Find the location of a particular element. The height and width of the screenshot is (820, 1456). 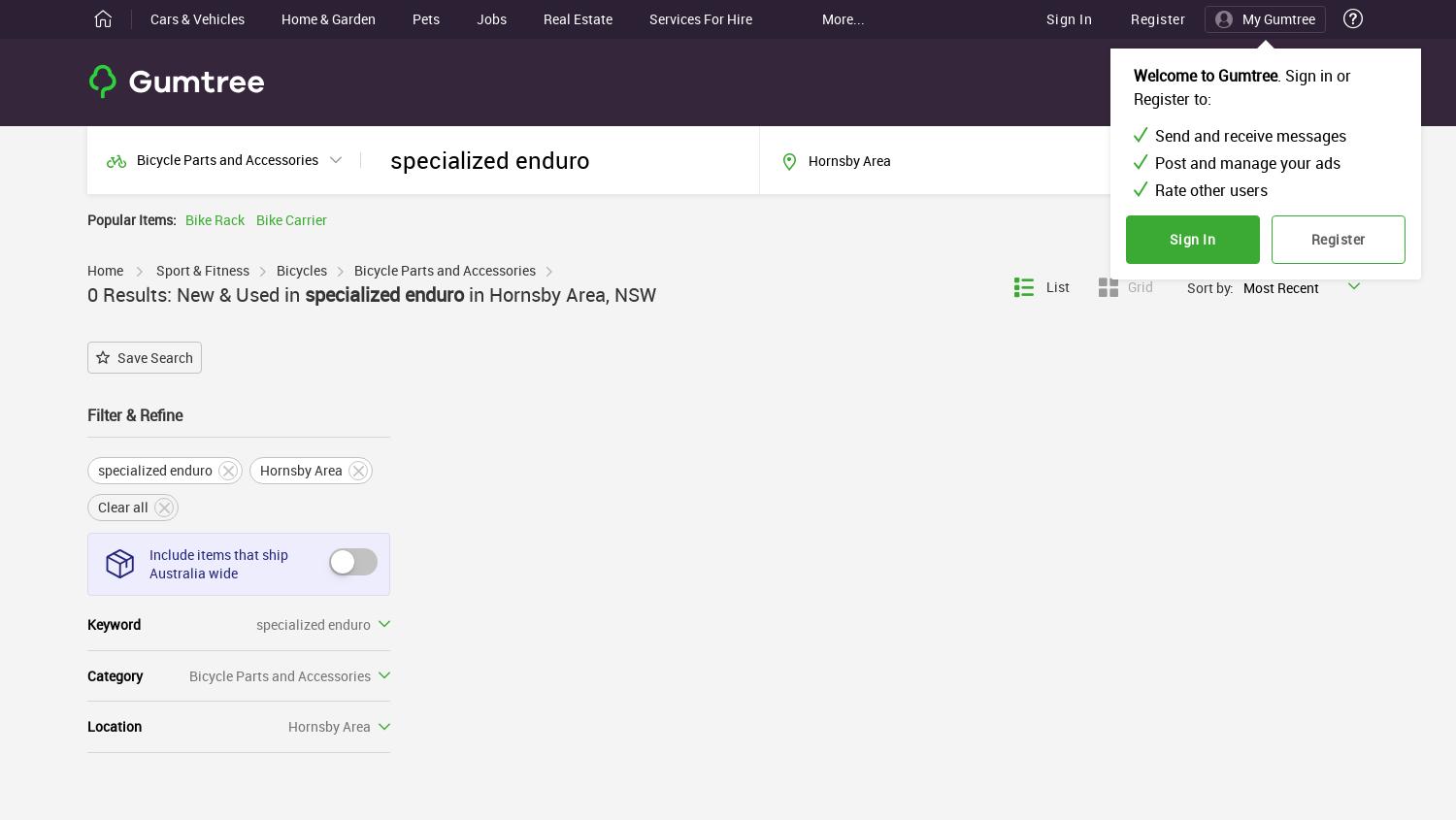

'Home' is located at coordinates (104, 269).